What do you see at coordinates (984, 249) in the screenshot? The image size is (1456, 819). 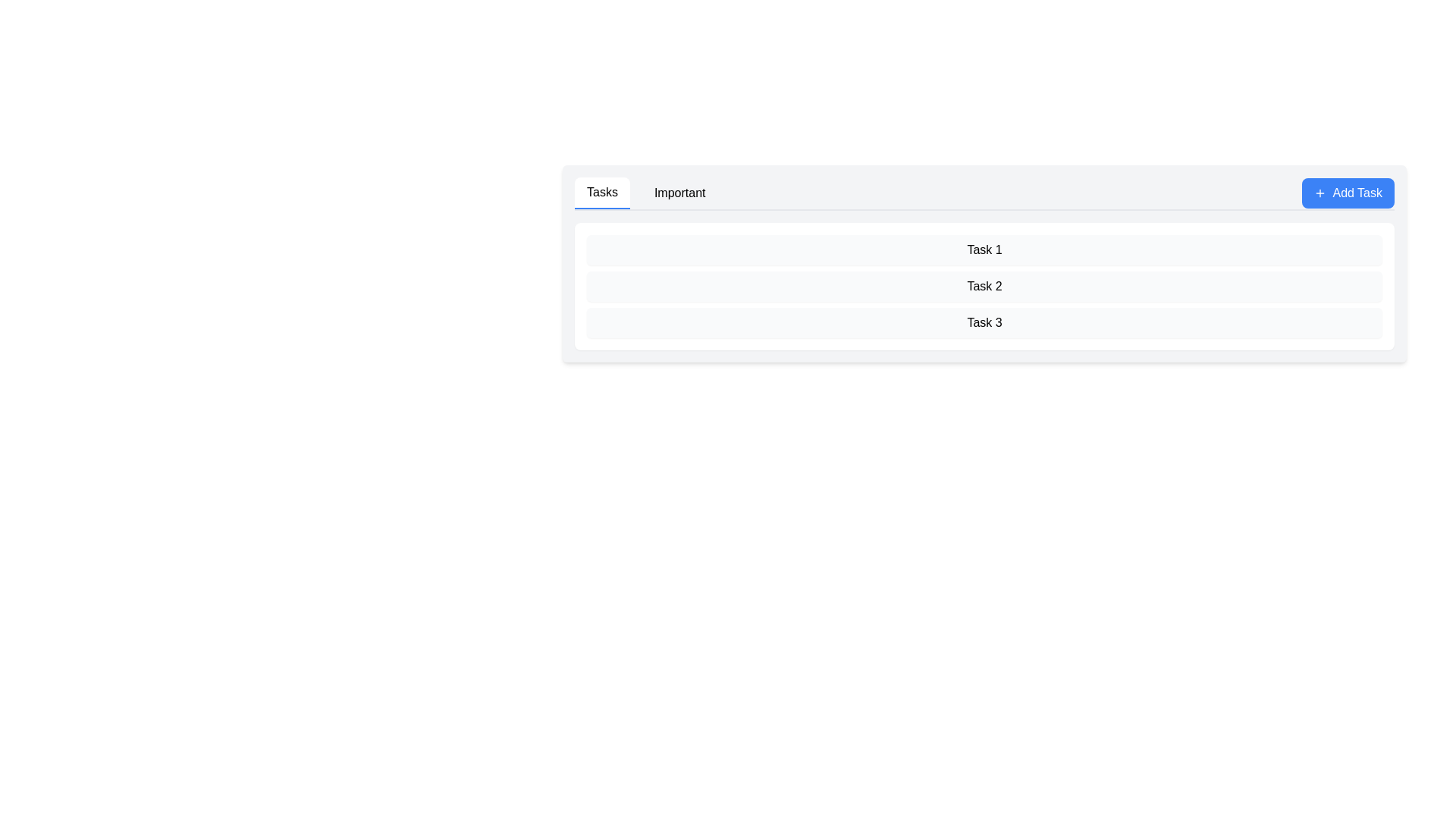 I see `the label with the text 'Task 1', which is a rectangular section with a light-gray background and rounded corners, positioned above 'Task 2' and below the tab navigation bar labeled 'Tasks' and 'Important'` at bounding box center [984, 249].